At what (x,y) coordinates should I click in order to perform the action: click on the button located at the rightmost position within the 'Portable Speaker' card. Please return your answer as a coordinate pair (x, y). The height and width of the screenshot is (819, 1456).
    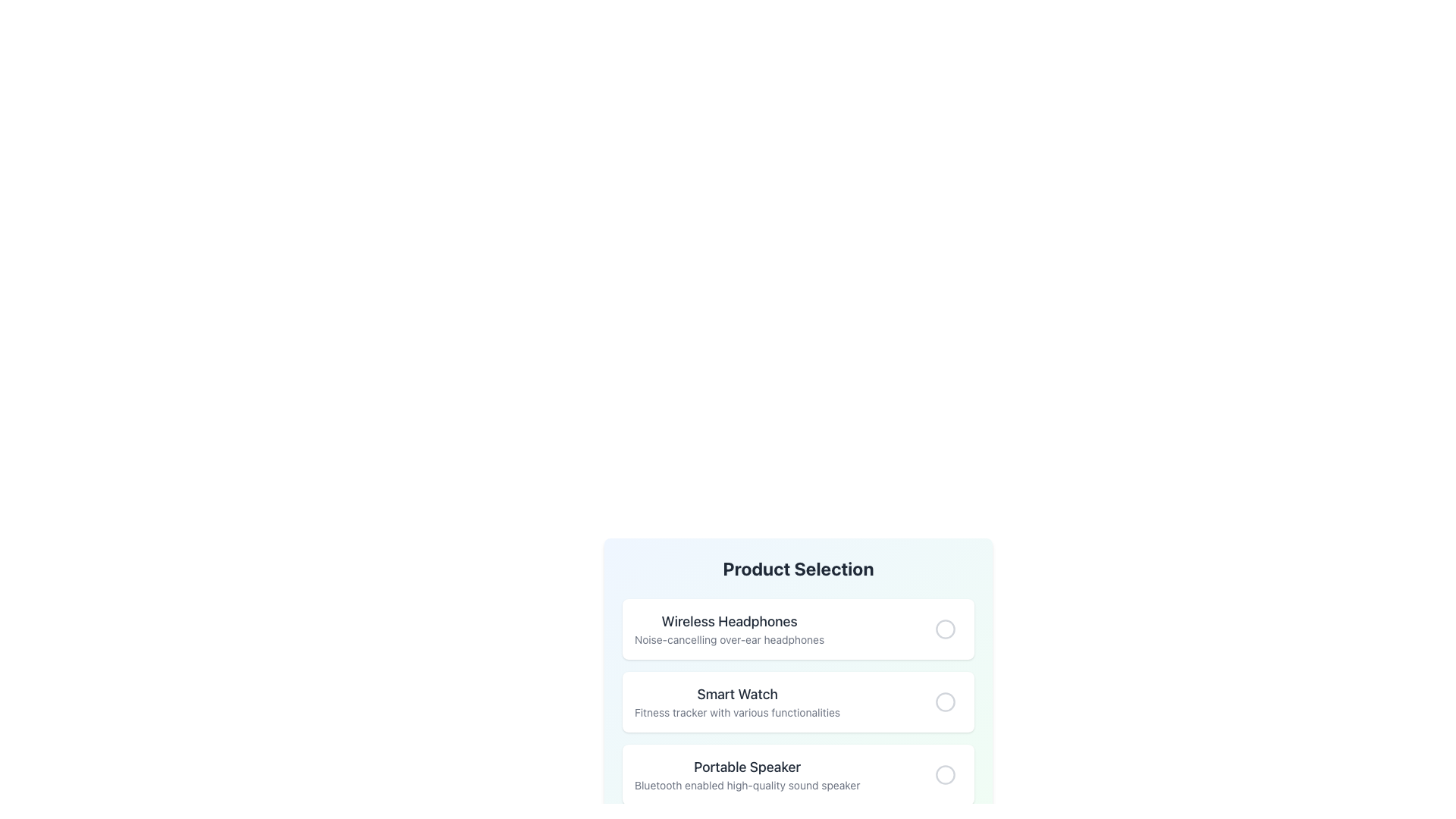
    Looking at the image, I should click on (945, 775).